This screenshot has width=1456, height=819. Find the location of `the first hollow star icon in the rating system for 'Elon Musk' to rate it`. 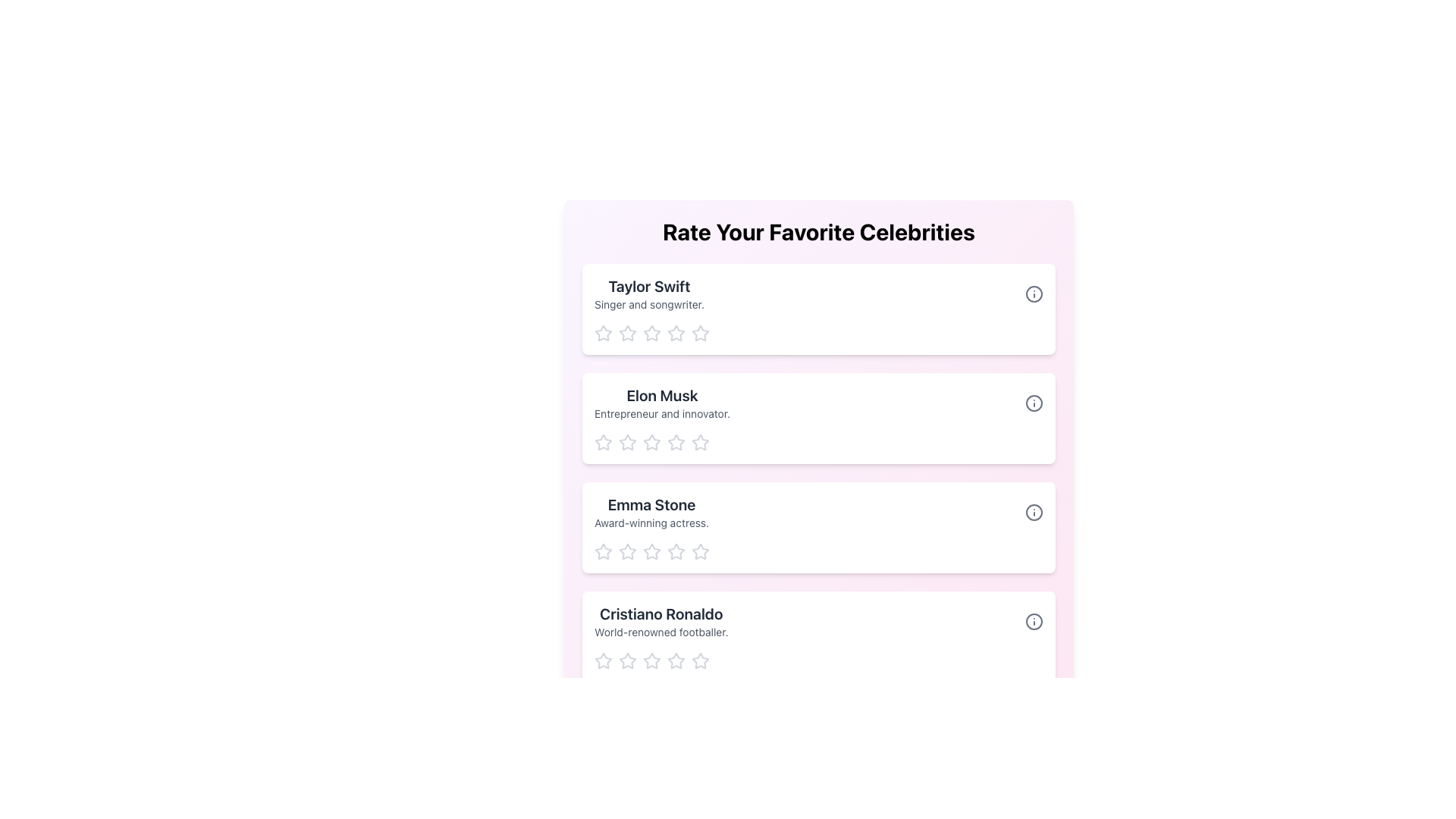

the first hollow star icon in the rating system for 'Elon Musk' to rate it is located at coordinates (603, 442).